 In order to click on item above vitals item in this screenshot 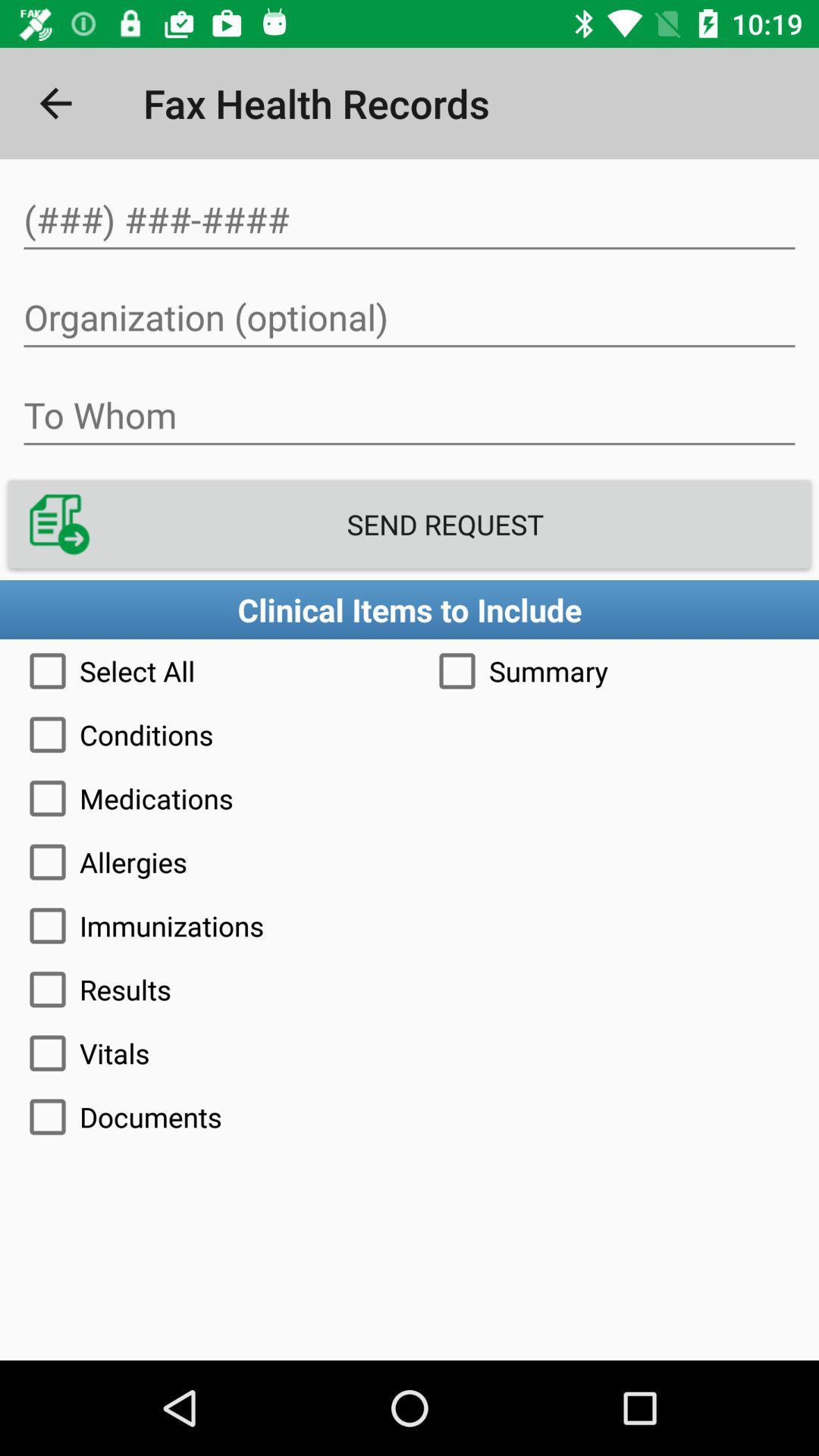, I will do `click(409, 990)`.